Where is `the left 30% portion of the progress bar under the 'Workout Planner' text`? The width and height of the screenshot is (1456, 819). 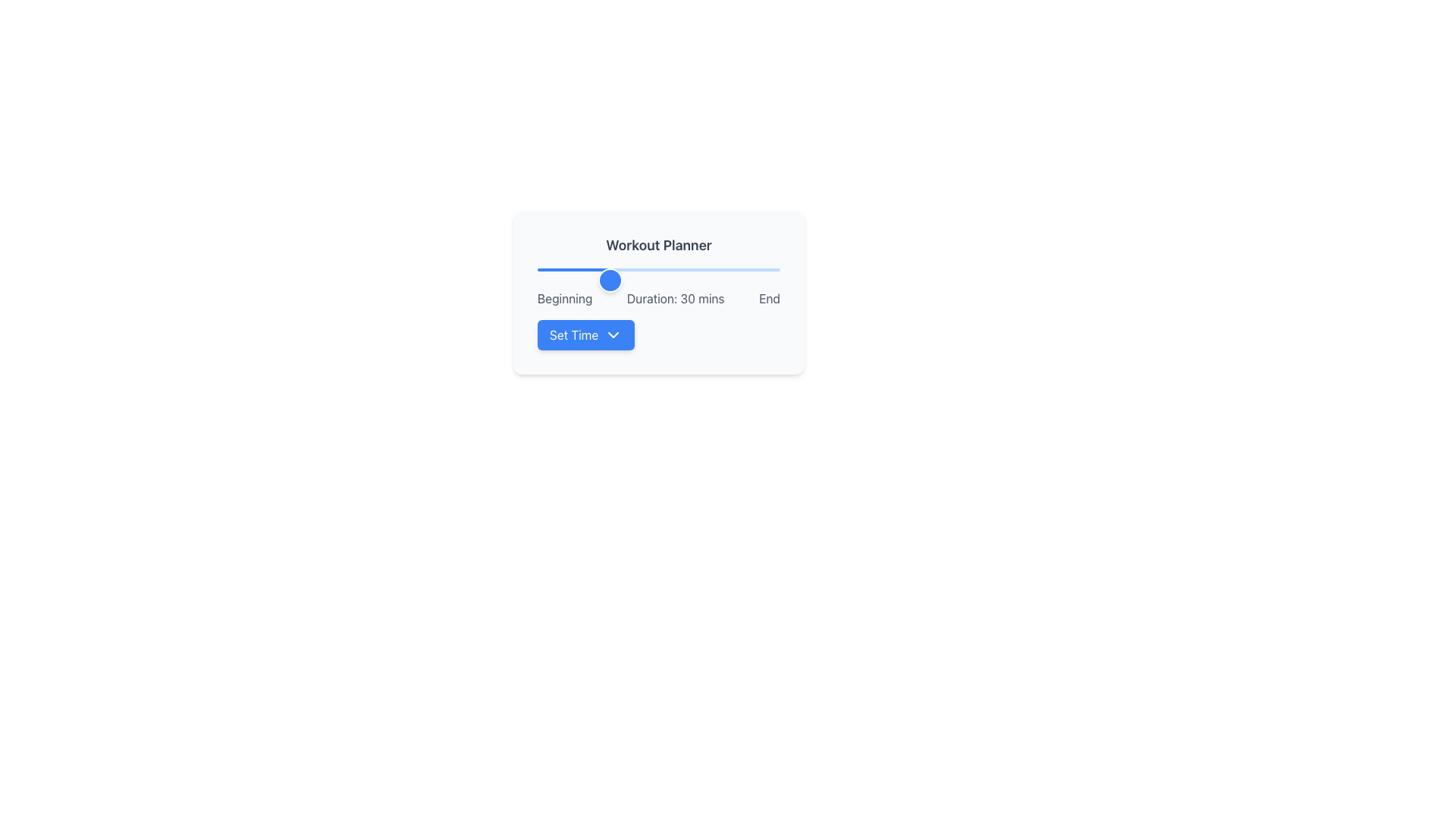 the left 30% portion of the progress bar under the 'Workout Planner' text is located at coordinates (573, 268).